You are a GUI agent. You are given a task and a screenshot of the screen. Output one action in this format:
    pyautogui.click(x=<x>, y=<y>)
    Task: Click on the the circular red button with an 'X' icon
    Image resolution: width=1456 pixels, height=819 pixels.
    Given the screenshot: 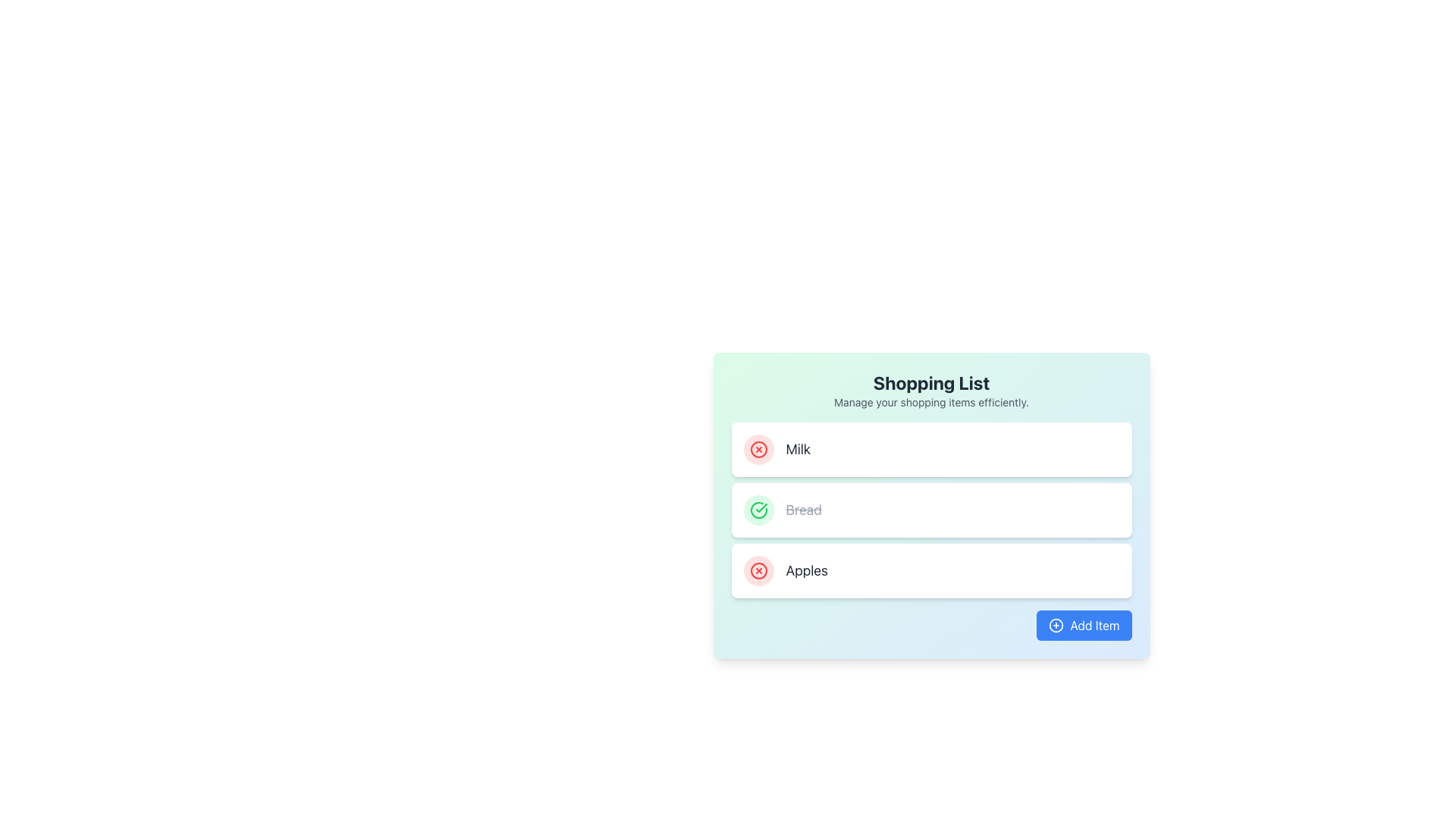 What is the action you would take?
    pyautogui.click(x=758, y=570)
    